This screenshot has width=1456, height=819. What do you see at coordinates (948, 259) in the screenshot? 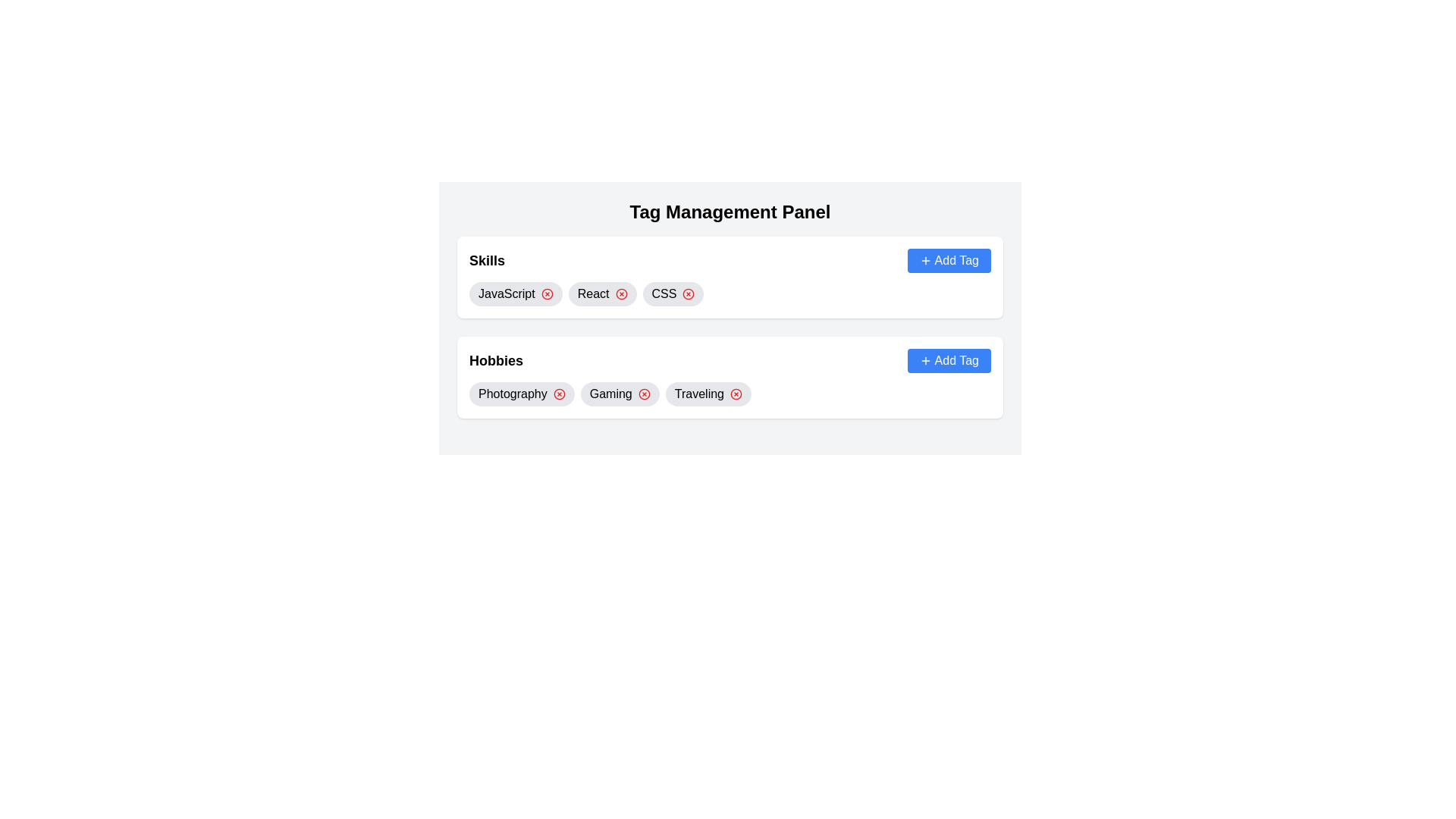
I see `the blue rectangular button labeled '+ Add Tag' located at the top-right corner of the 'Skills' section` at bounding box center [948, 259].